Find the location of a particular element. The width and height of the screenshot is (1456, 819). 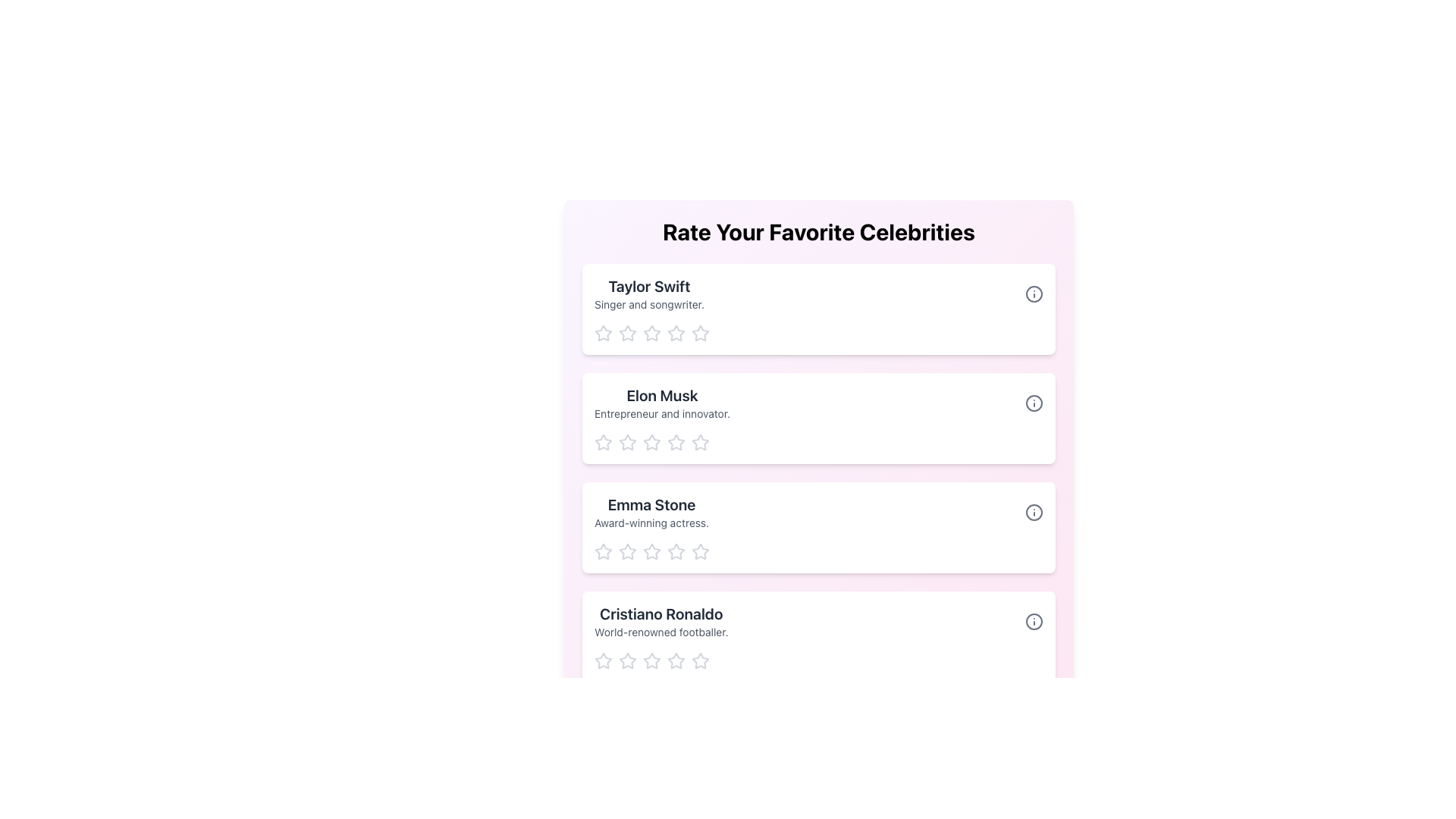

the second rating star icon in the horizontal list for 'Taylor Swift' is located at coordinates (628, 332).